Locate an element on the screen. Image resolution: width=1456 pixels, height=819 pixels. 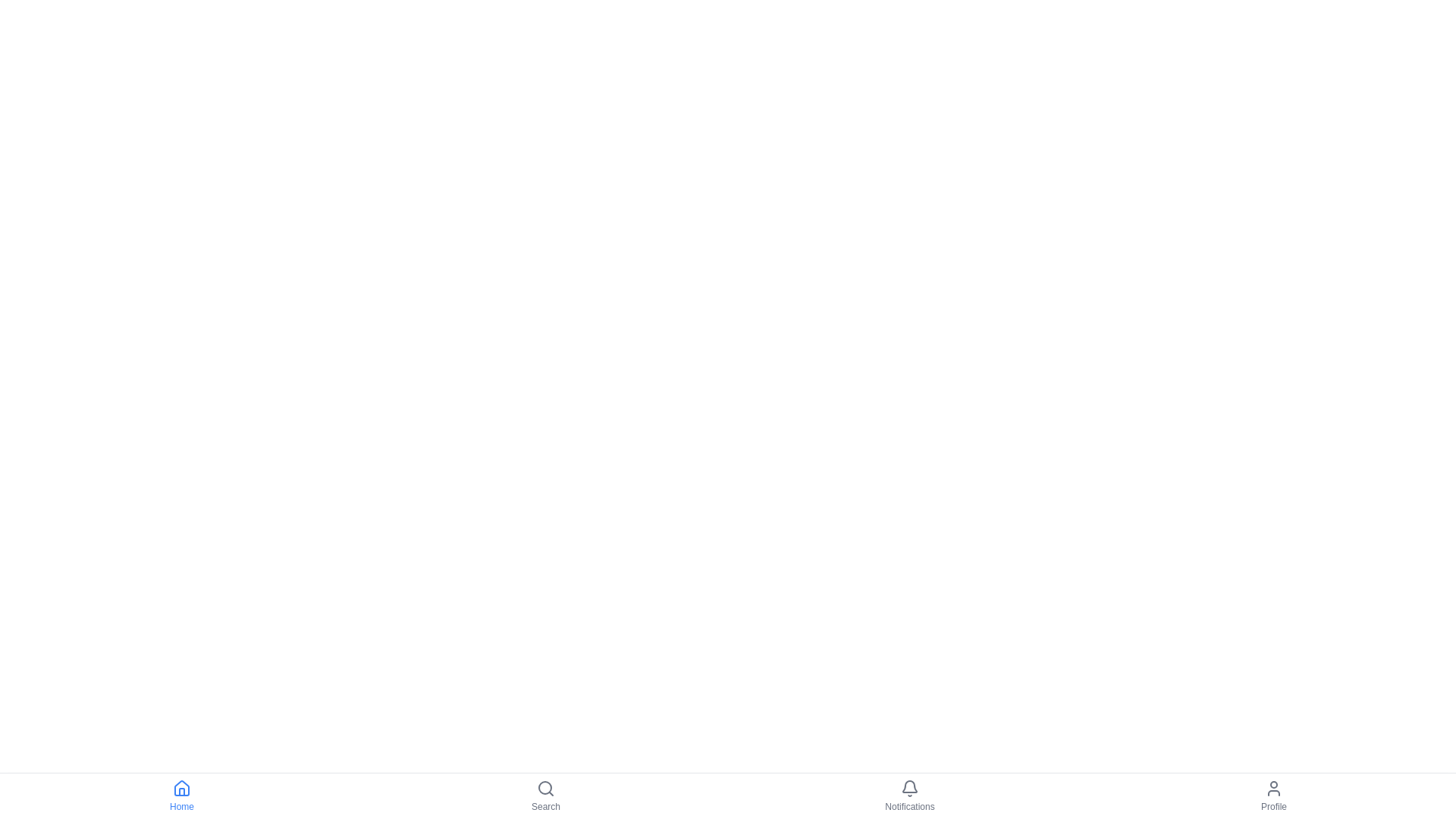
the navigation item labeled Notifications is located at coordinates (910, 795).